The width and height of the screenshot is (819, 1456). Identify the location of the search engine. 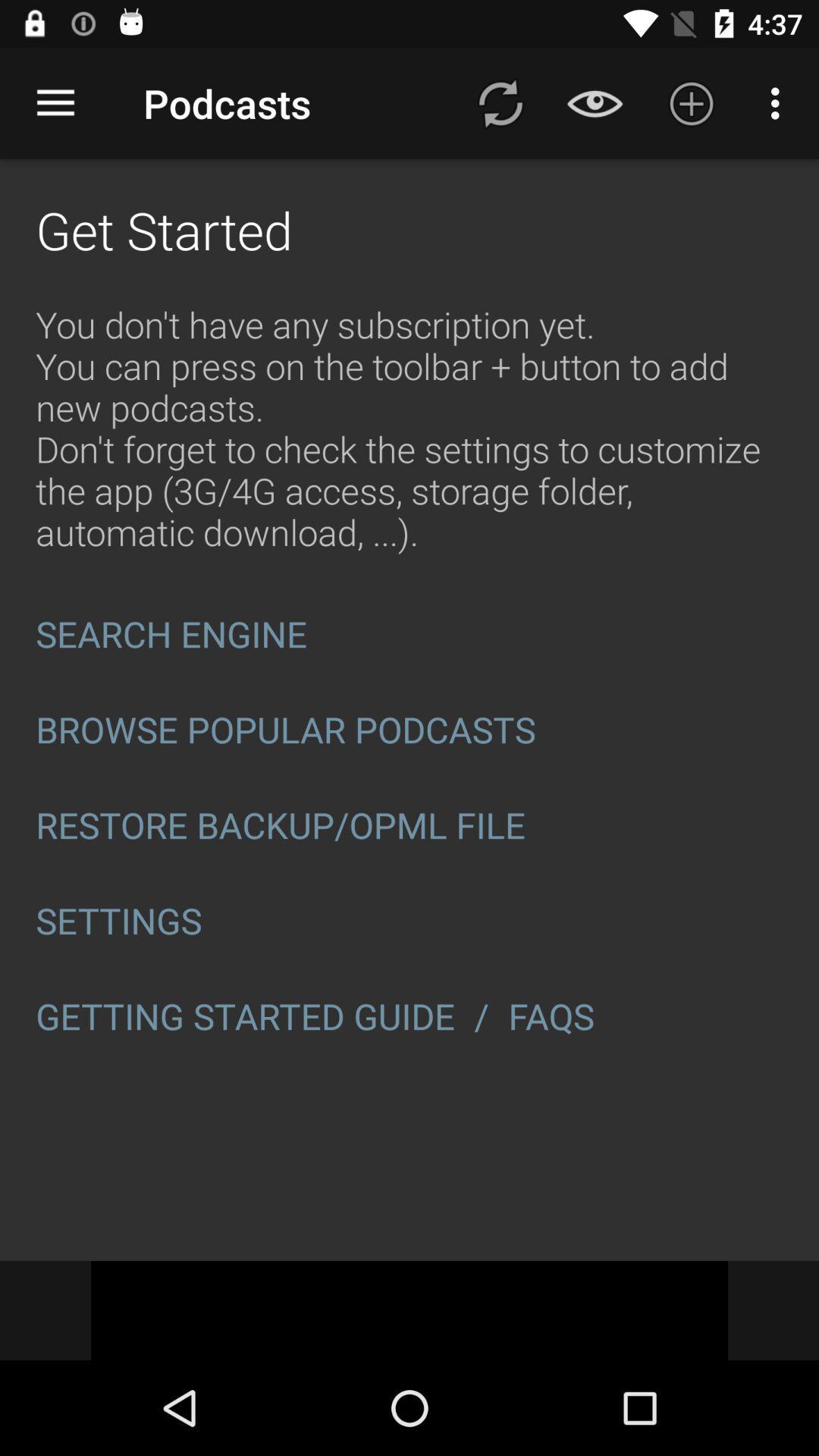
(409, 634).